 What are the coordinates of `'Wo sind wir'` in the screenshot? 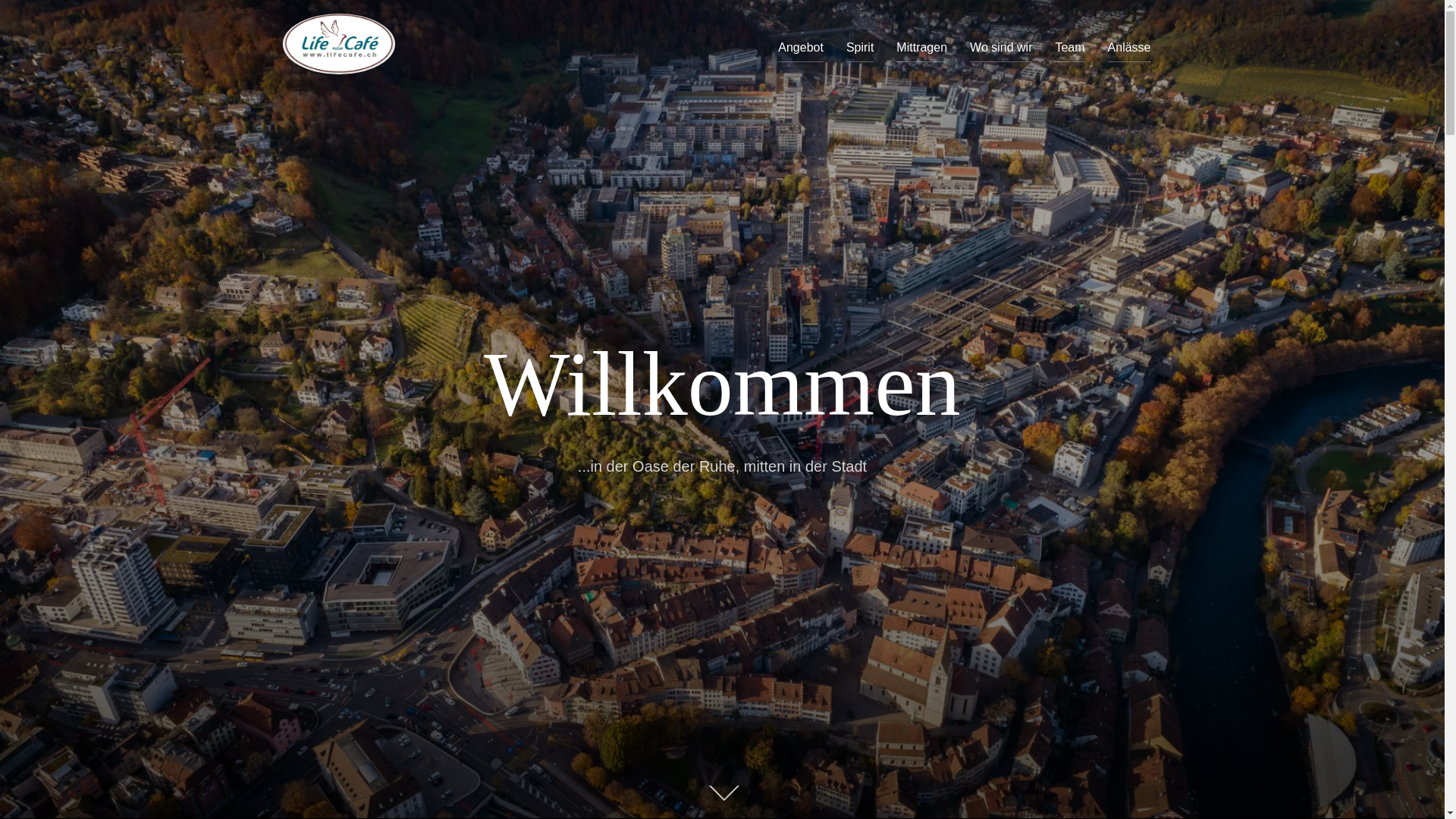 It's located at (968, 46).